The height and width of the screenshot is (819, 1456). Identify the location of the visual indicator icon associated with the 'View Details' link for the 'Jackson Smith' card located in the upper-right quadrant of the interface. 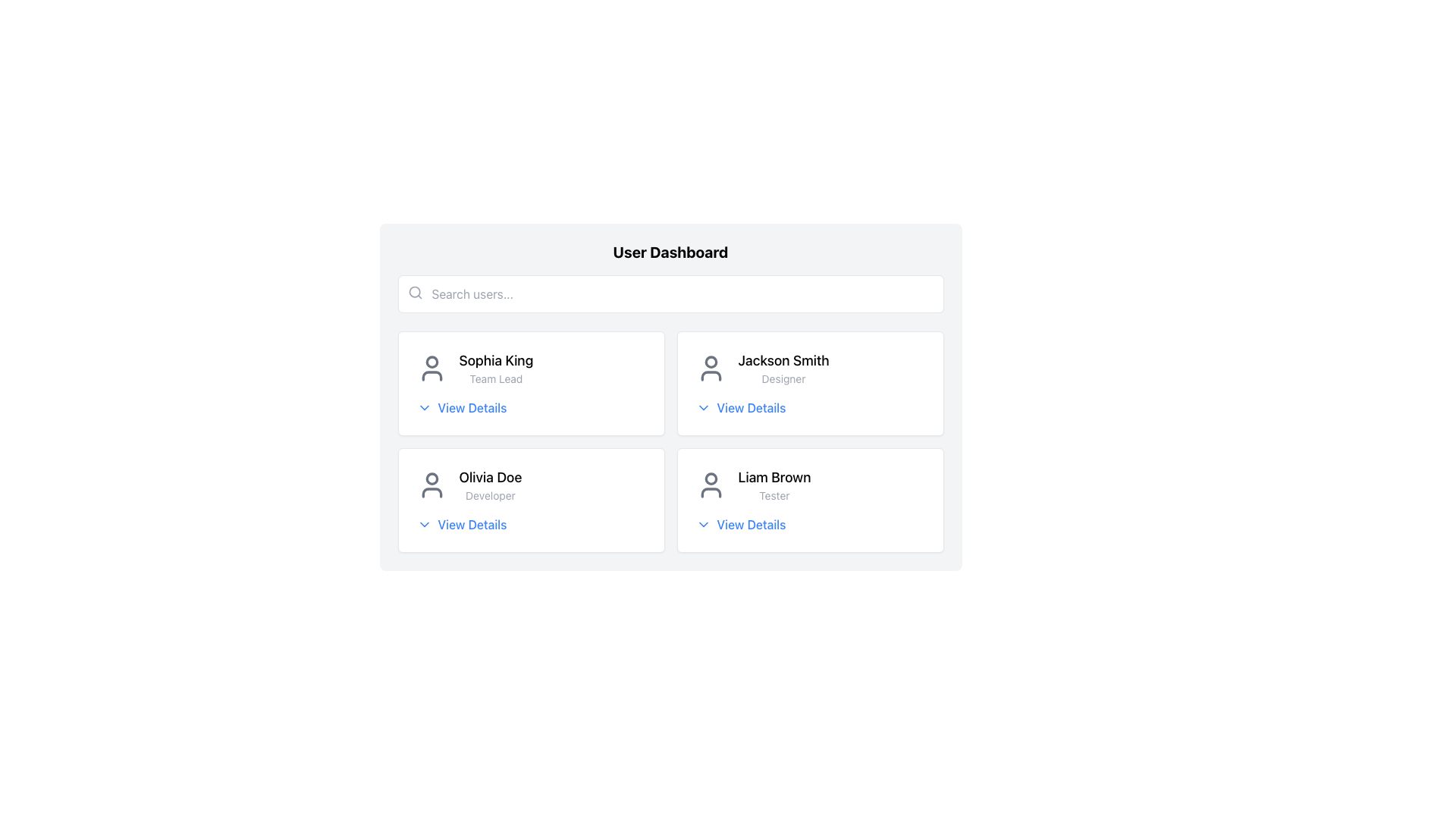
(702, 406).